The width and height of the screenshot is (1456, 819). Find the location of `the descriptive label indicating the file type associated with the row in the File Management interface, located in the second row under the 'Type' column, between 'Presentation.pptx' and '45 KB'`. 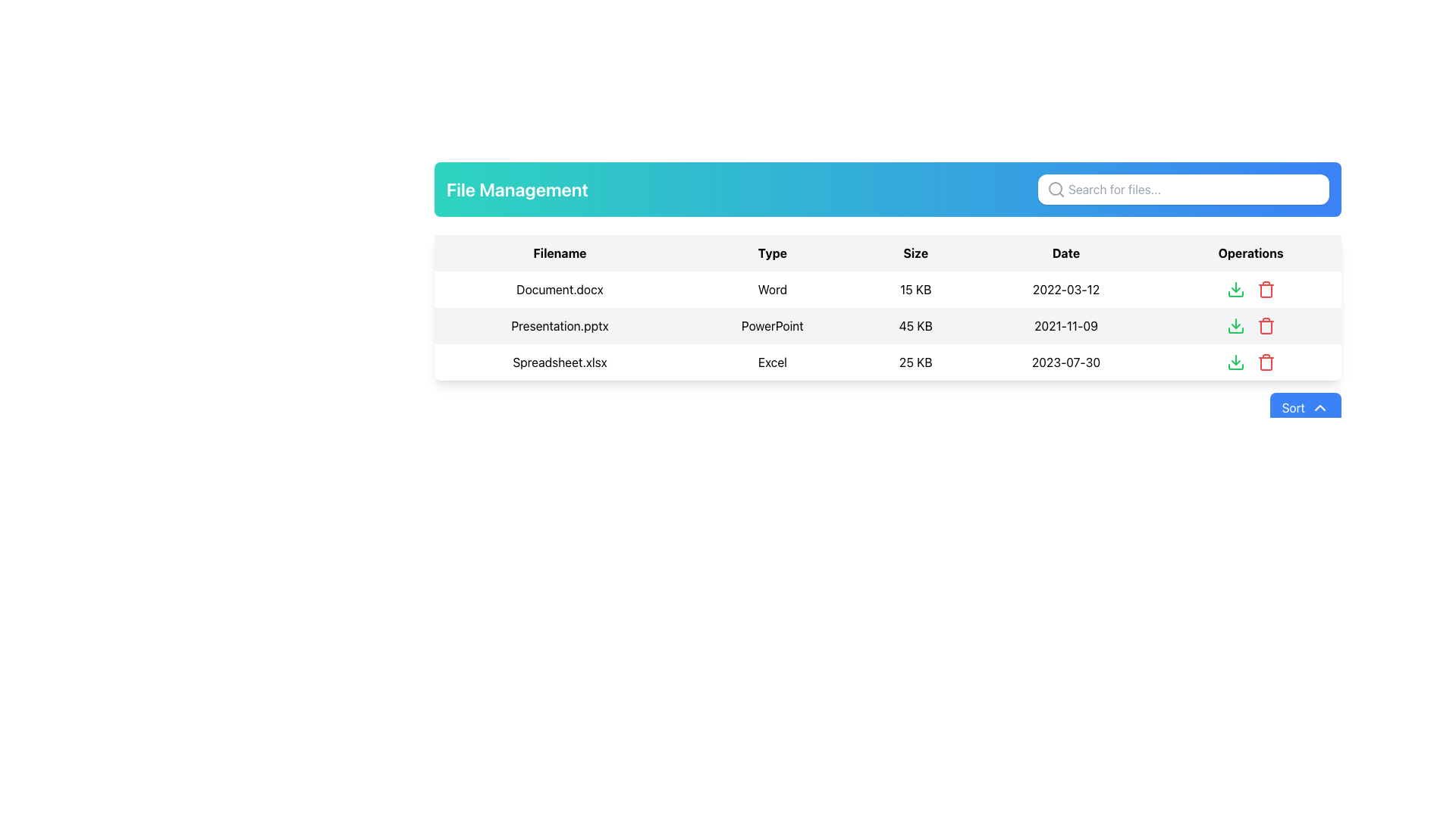

the descriptive label indicating the file type associated with the row in the File Management interface, located in the second row under the 'Type' column, between 'Presentation.pptx' and '45 KB' is located at coordinates (772, 325).